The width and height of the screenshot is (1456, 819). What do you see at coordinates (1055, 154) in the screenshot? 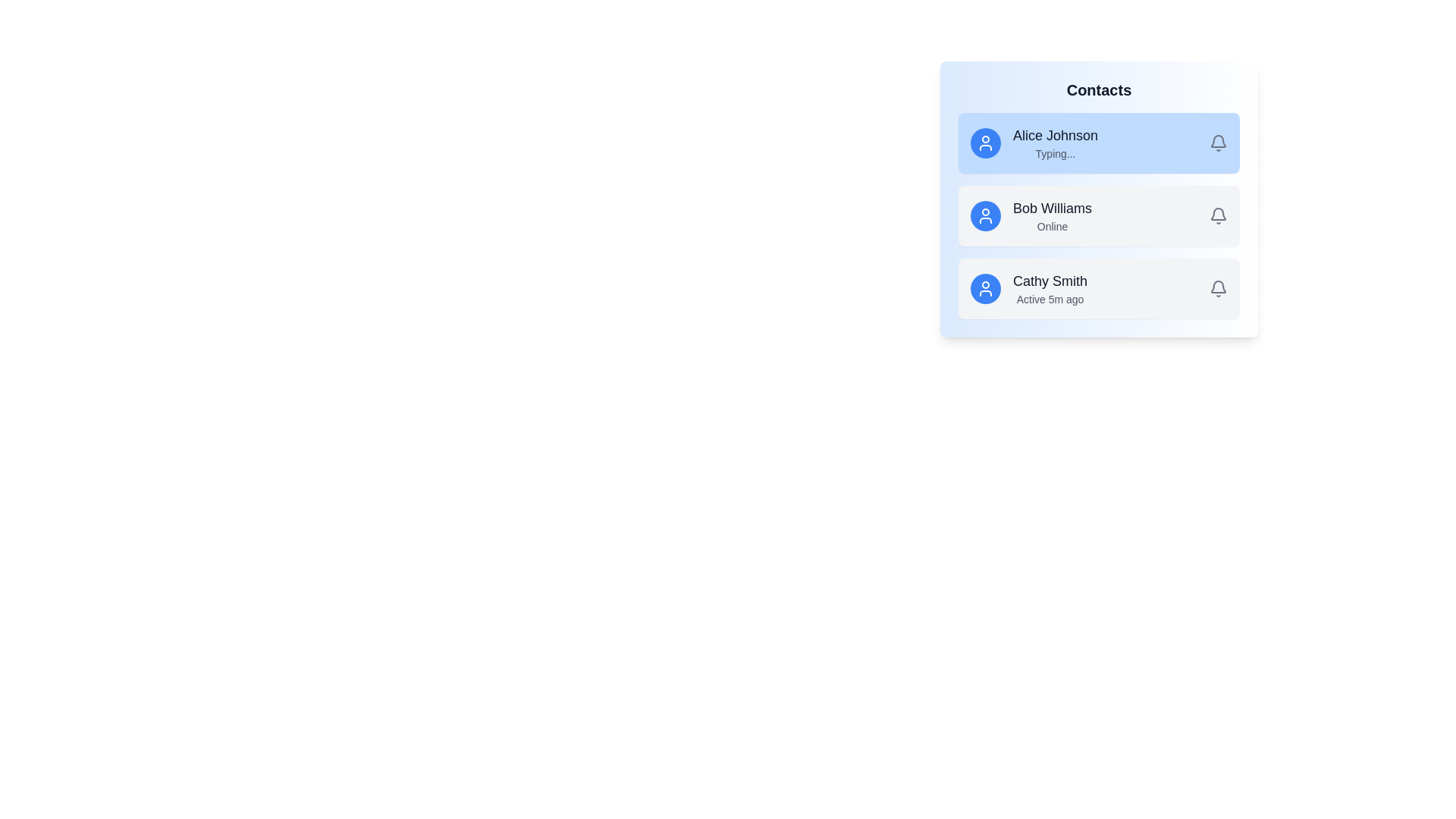
I see `the text label displaying 'Typing...' located directly below 'Alice Johnson' in the contact list` at bounding box center [1055, 154].